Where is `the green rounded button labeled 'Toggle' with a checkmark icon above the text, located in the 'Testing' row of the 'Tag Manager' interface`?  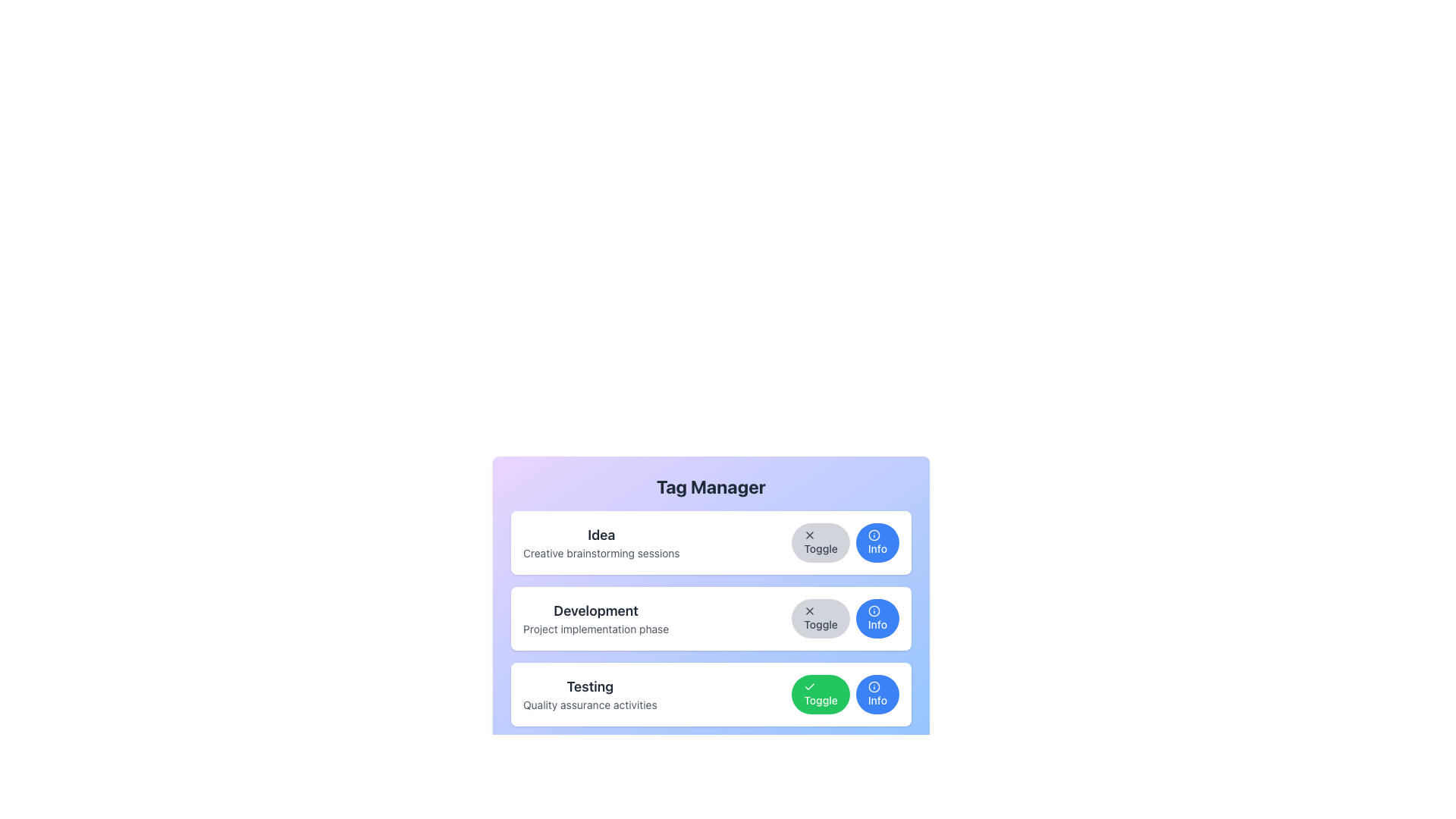
the green rounded button labeled 'Toggle' with a checkmark icon above the text, located in the 'Testing' row of the 'Tag Manager' interface is located at coordinates (820, 694).